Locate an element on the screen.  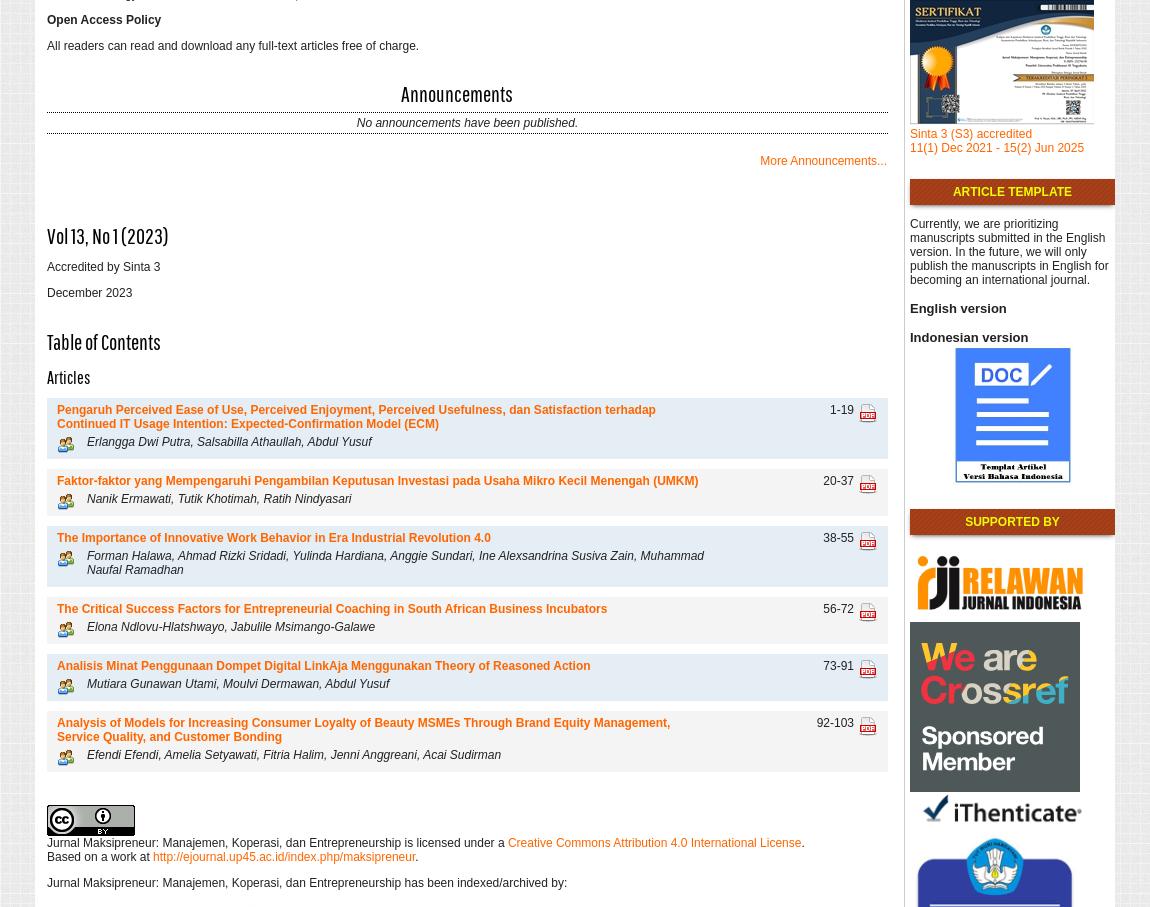
'Jurnal Maksipreneur: Manajemen, Koperasi, dan Entrepreneurship' is located at coordinates (223, 840).